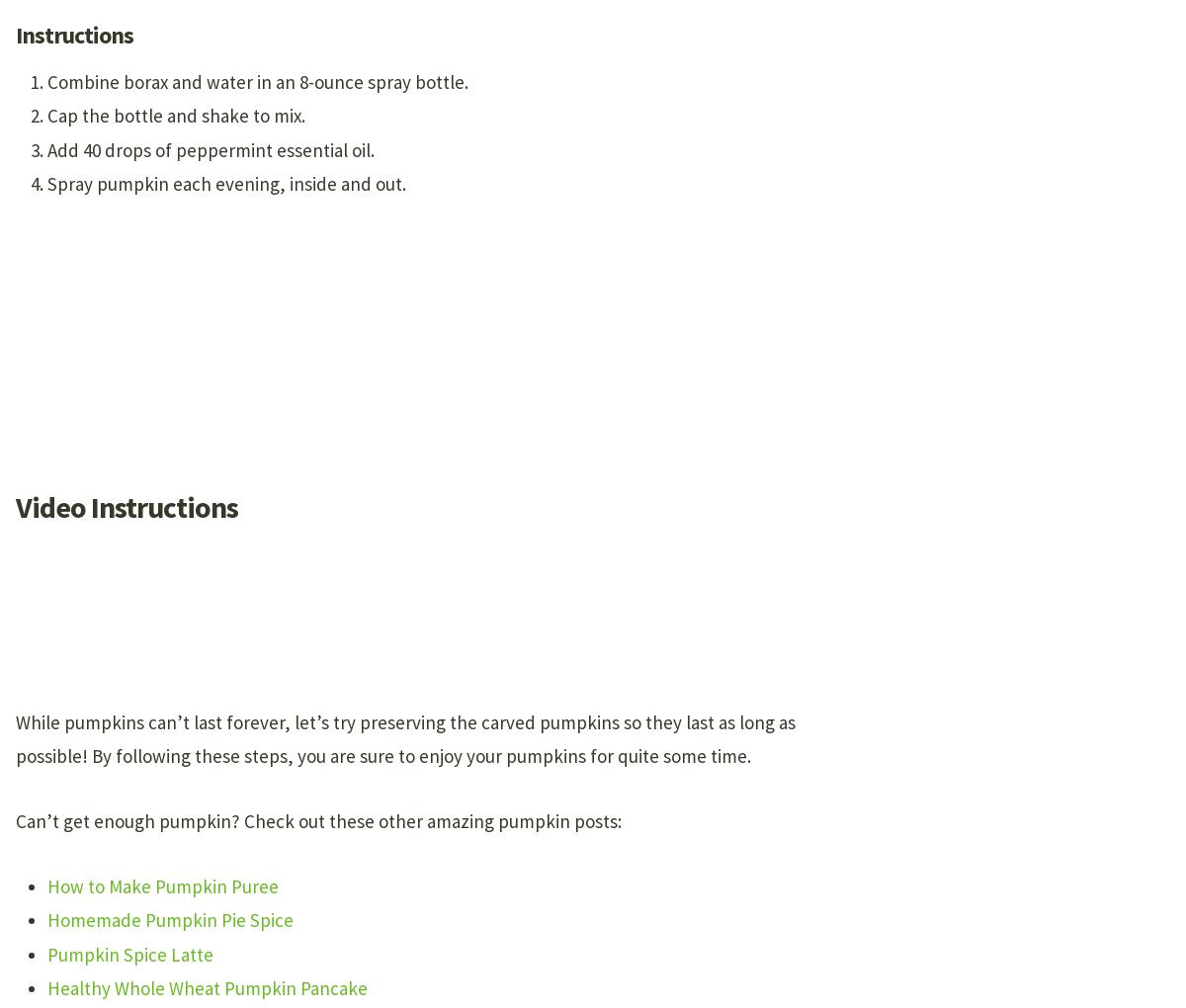 The width and height of the screenshot is (1186, 1008). What do you see at coordinates (130, 953) in the screenshot?
I see `'Pumpkin Spice Latte'` at bounding box center [130, 953].